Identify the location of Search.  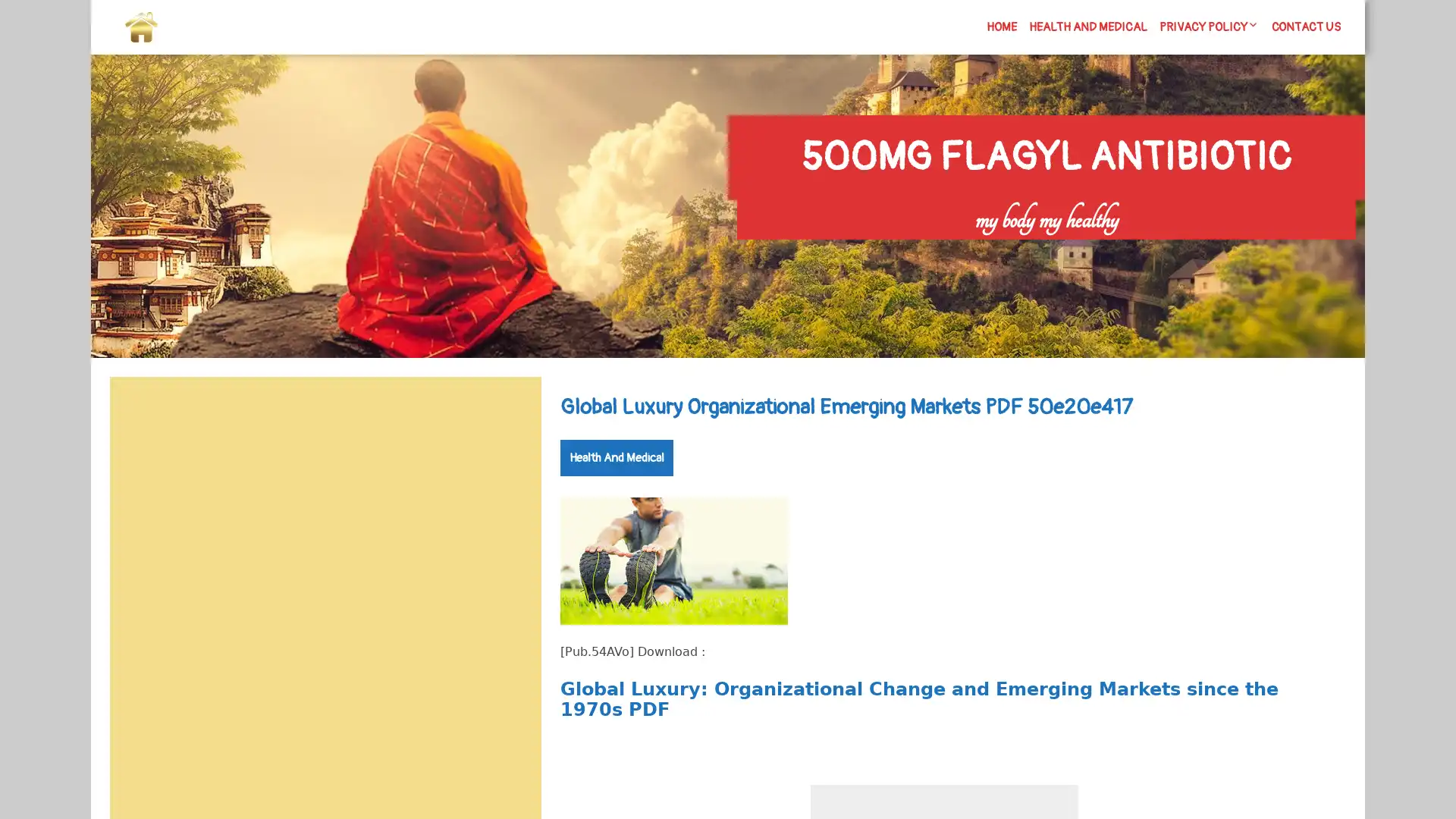
(1181, 248).